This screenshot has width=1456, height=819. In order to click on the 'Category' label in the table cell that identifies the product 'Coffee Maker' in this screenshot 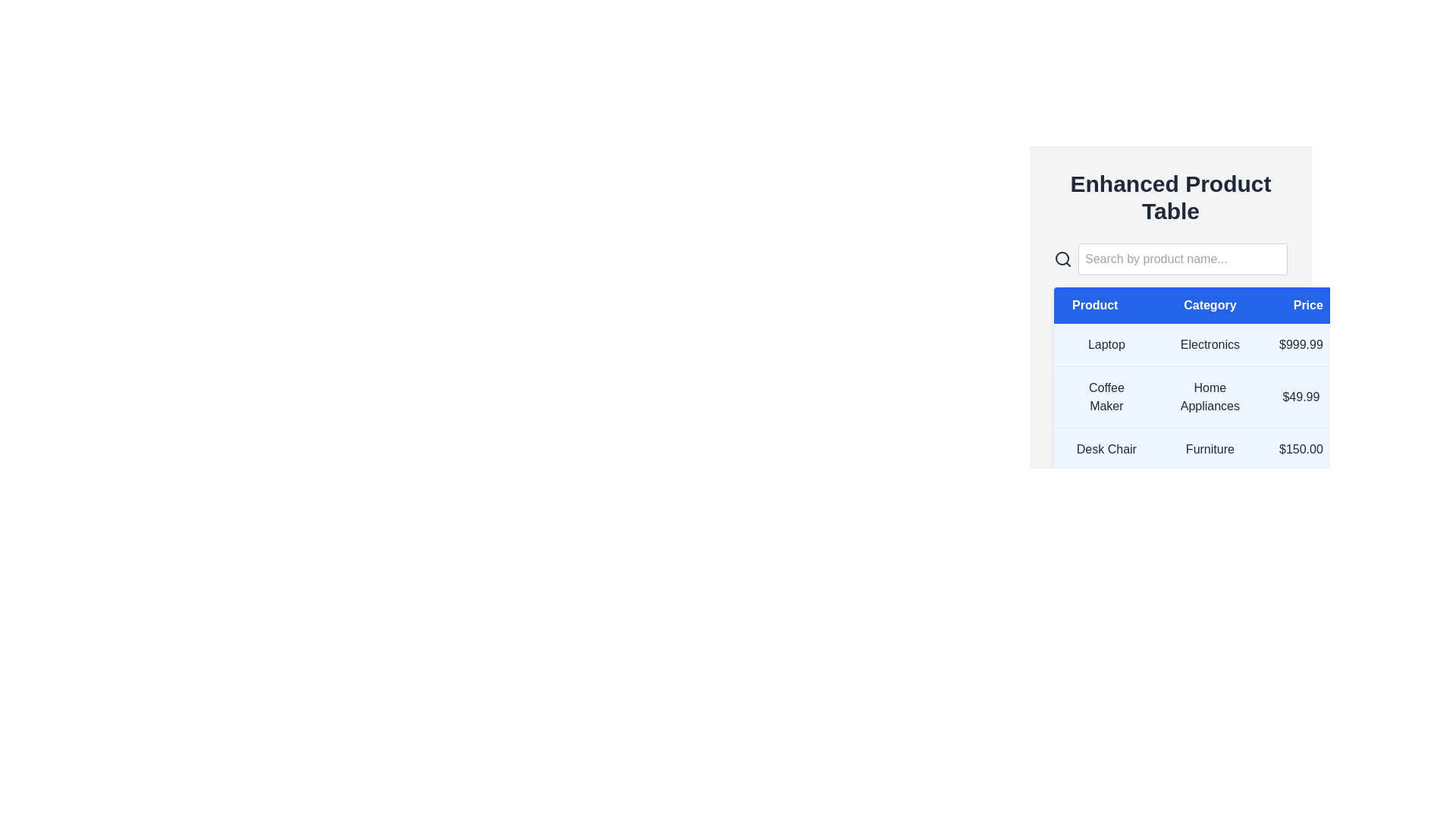, I will do `click(1209, 397)`.